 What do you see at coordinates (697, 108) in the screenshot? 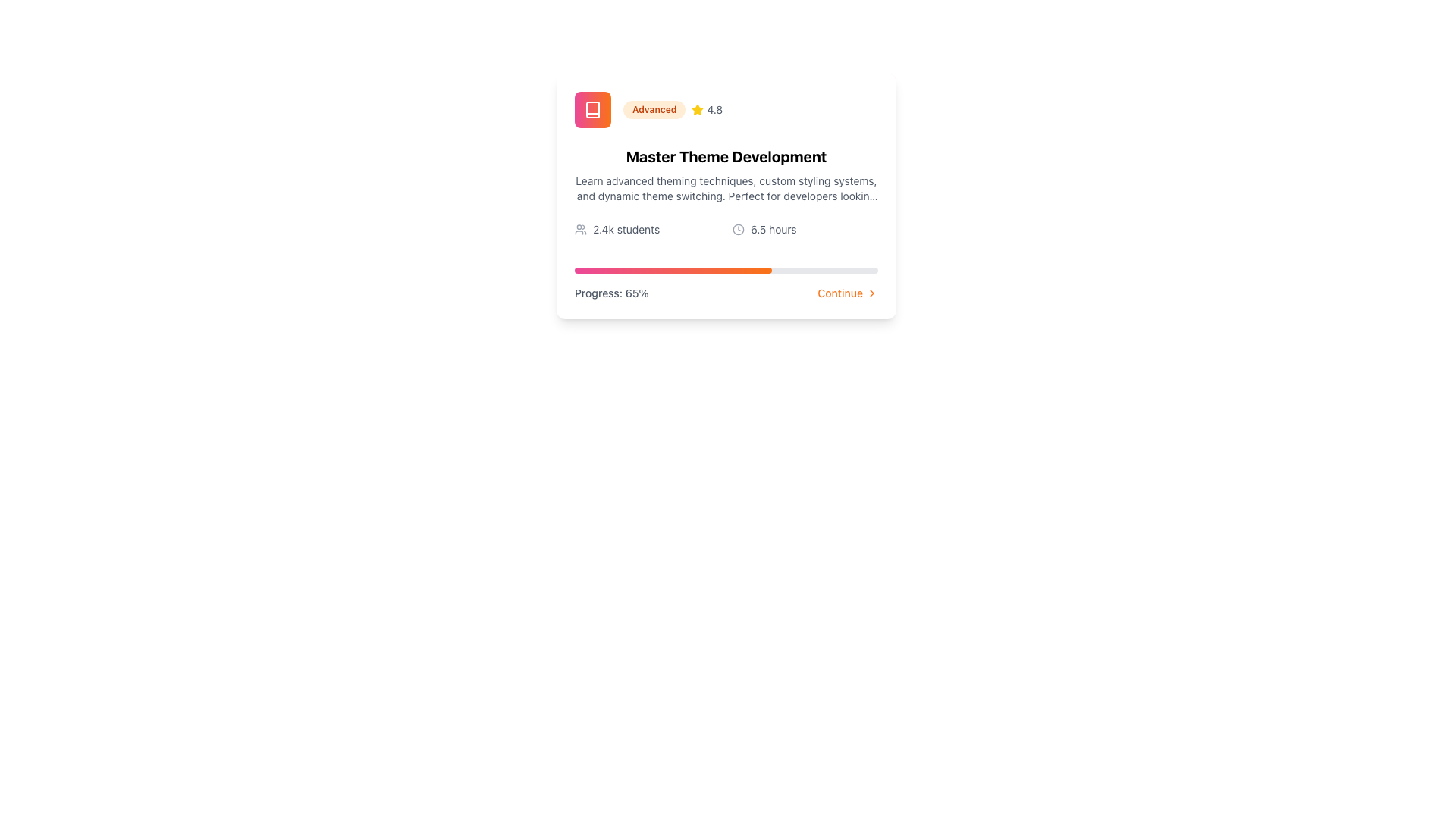
I see `assistive tools` at bounding box center [697, 108].